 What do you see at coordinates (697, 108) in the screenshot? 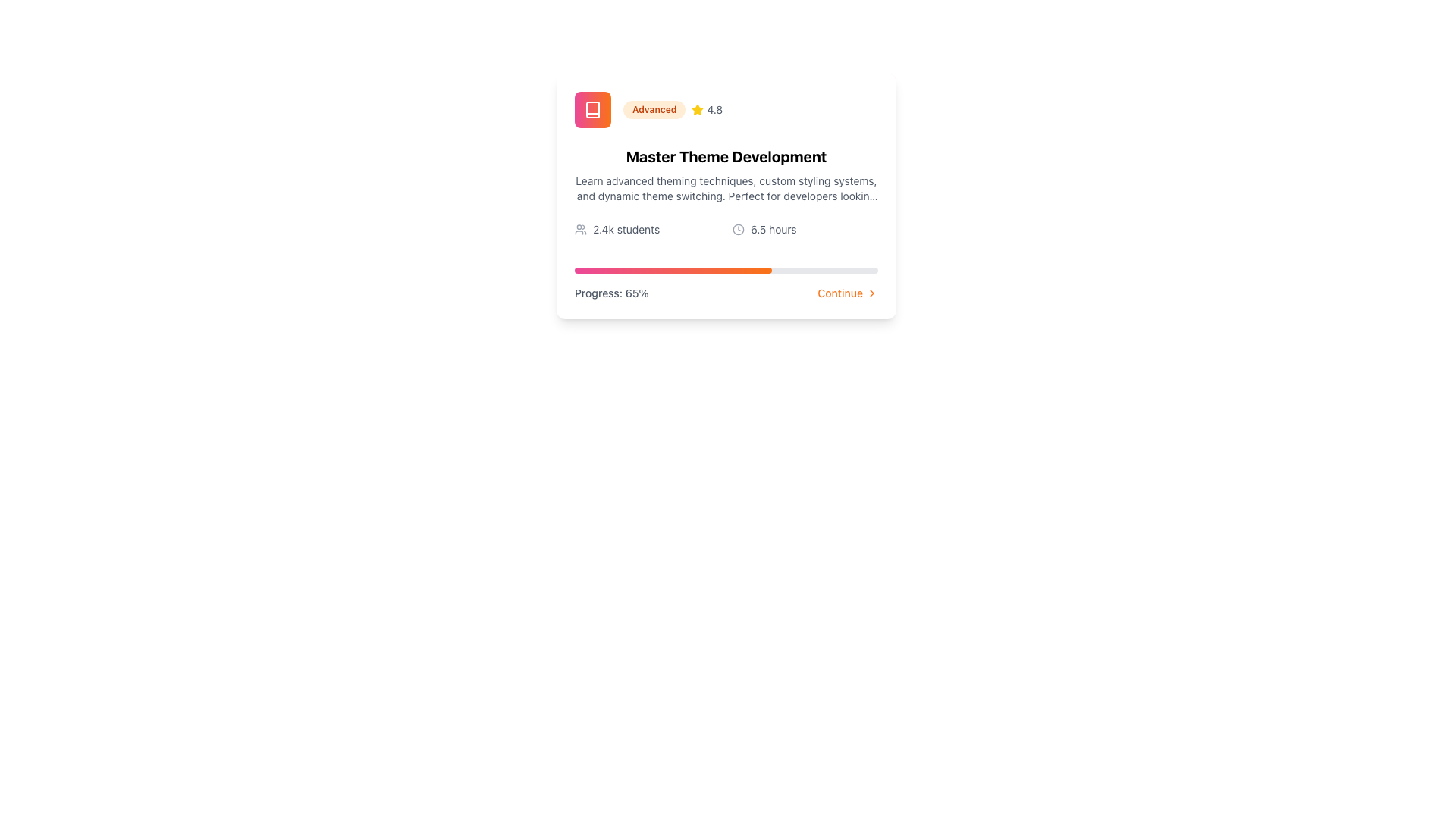
I see `assistive tools` at bounding box center [697, 108].